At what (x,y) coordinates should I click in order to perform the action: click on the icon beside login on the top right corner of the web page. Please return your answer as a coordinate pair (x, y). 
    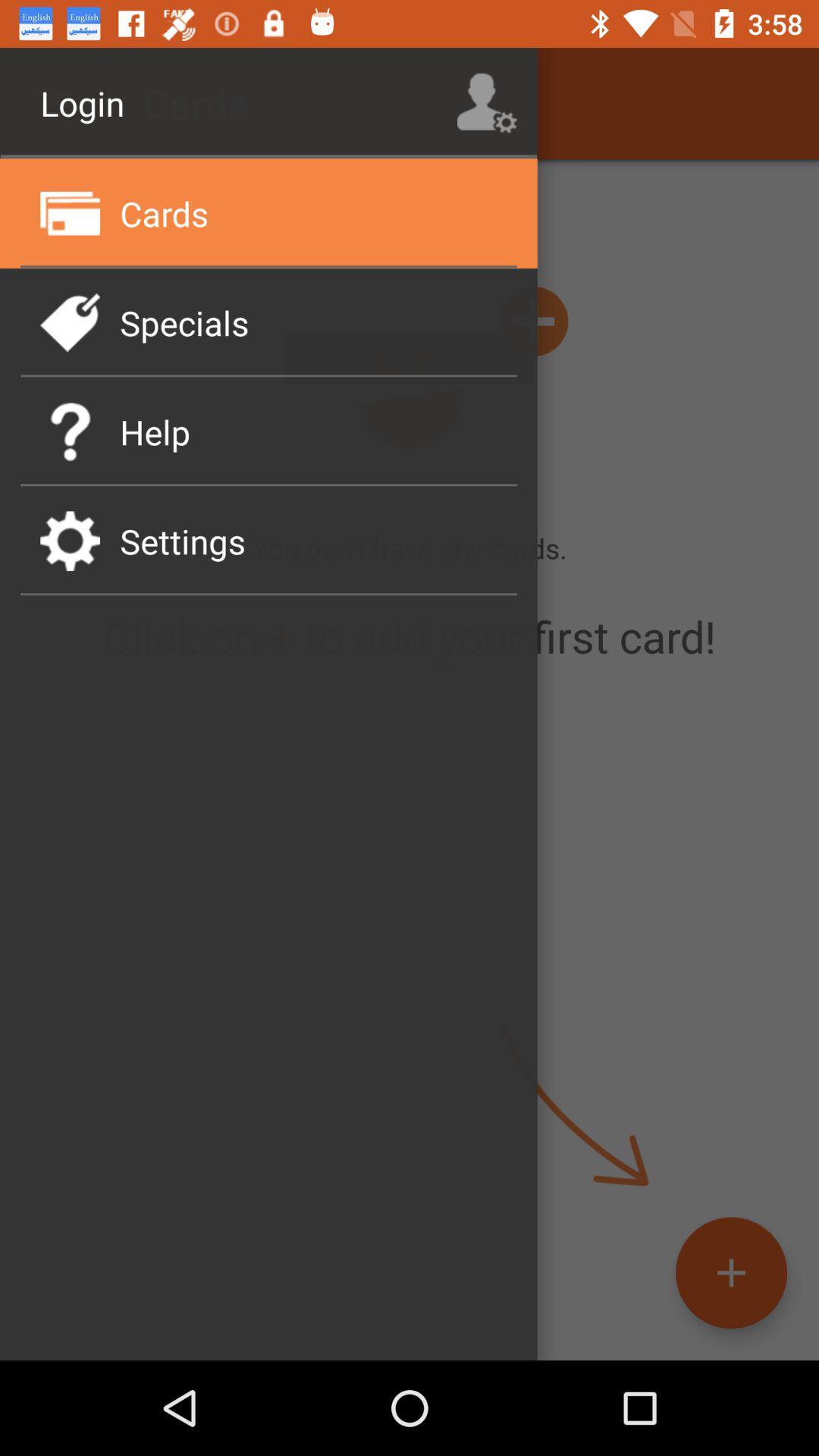
    Looking at the image, I should click on (487, 102).